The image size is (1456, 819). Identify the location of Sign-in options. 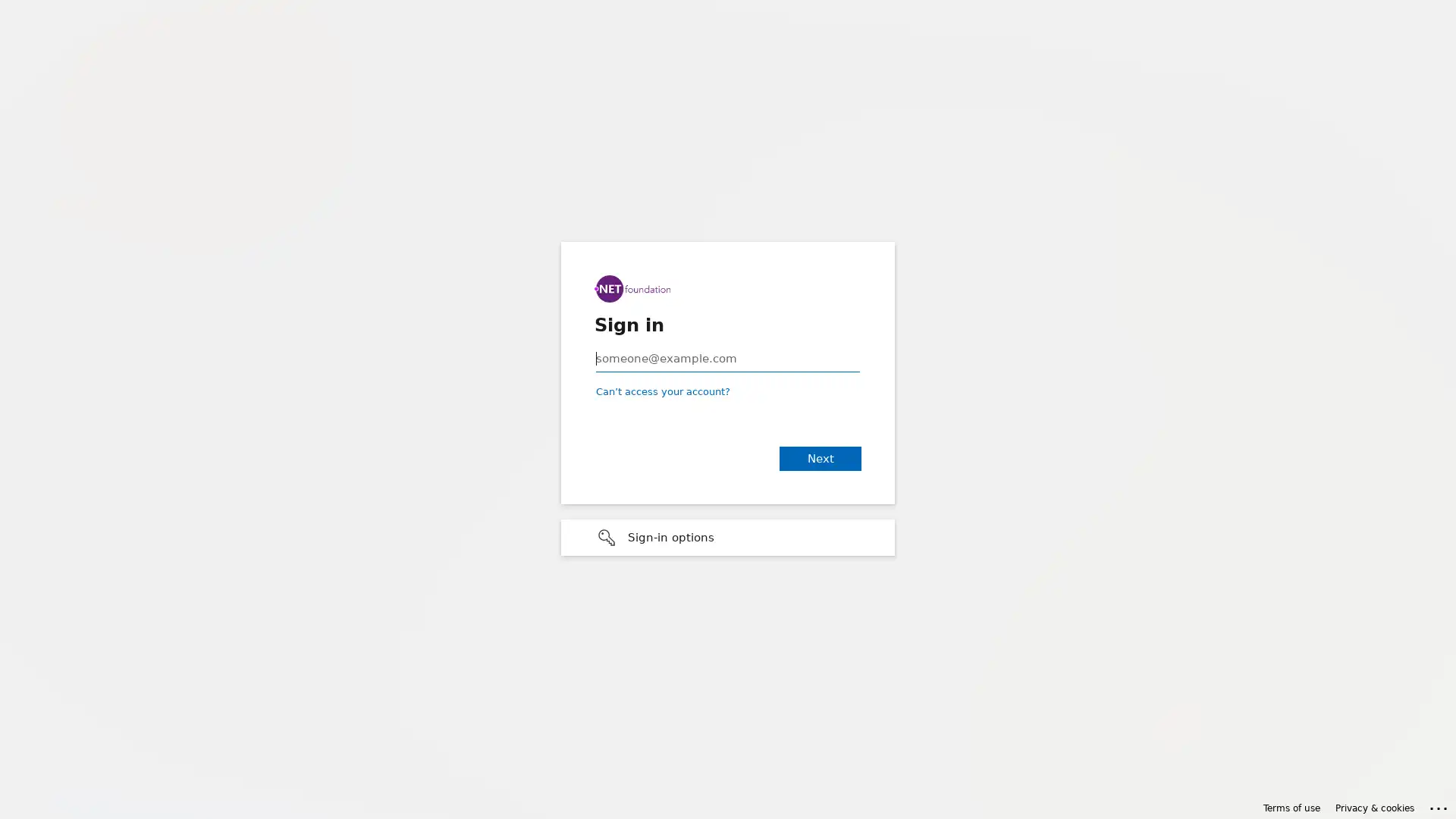
(728, 537).